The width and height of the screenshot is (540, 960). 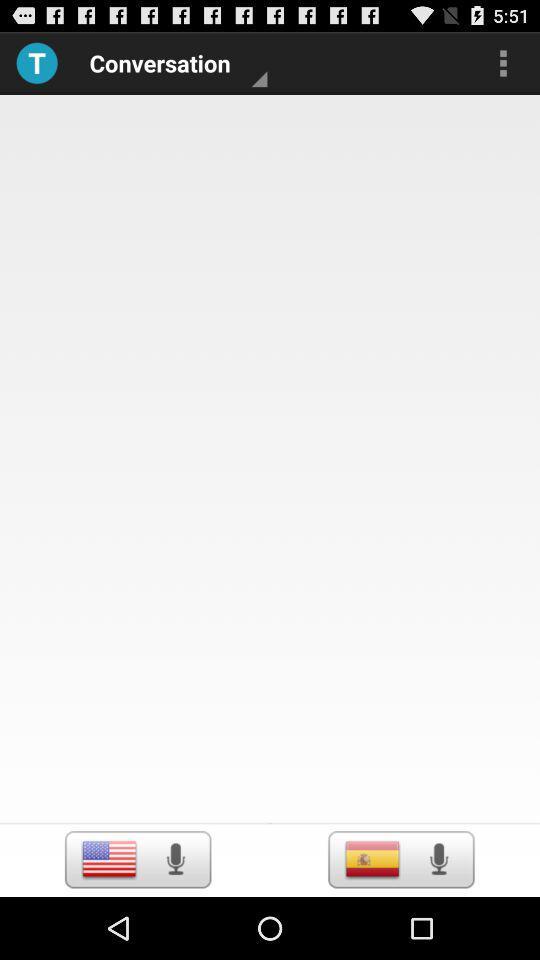 I want to click on langulage, so click(x=372, y=858).